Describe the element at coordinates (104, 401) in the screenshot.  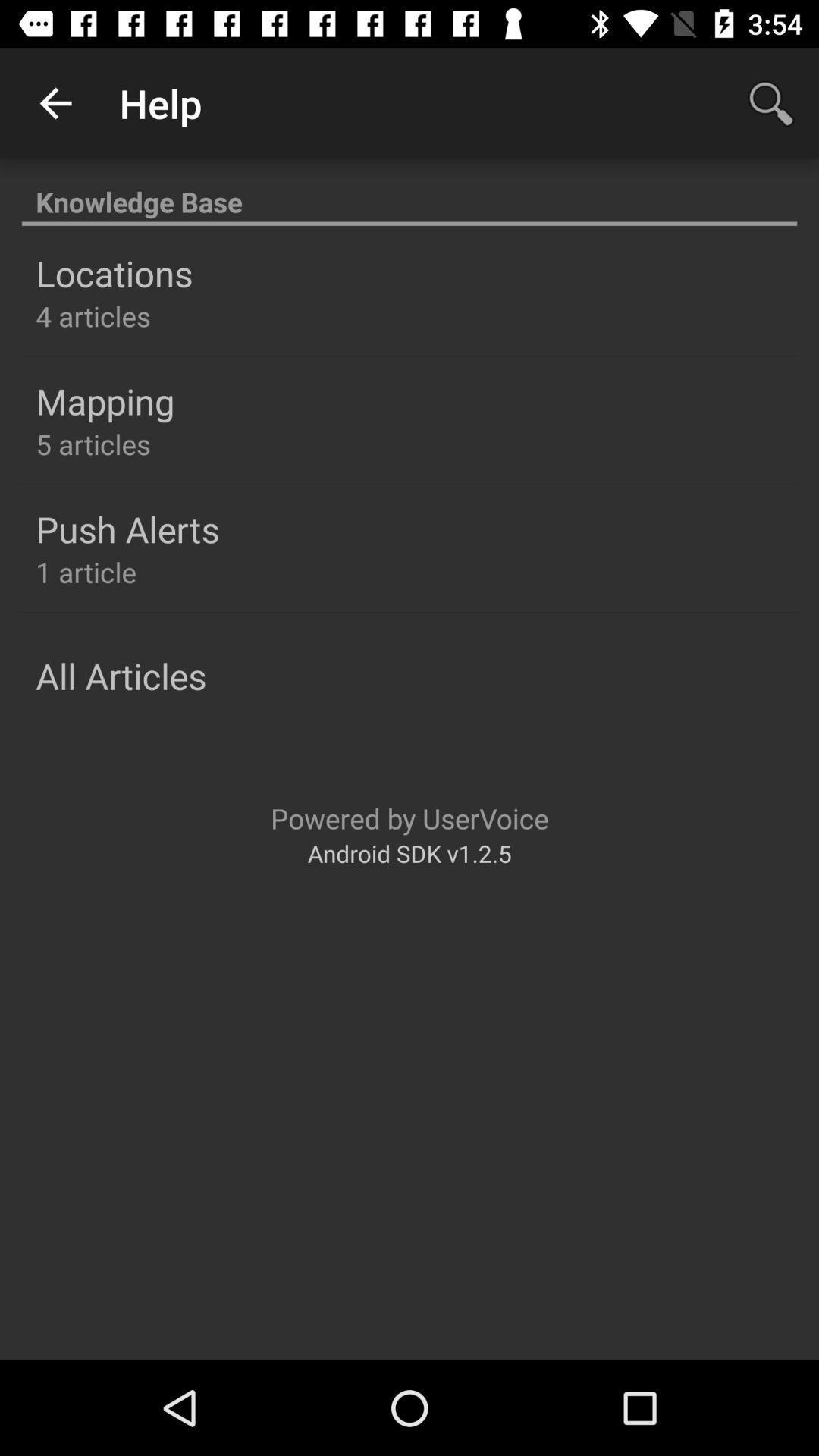
I see `mapping icon` at that location.